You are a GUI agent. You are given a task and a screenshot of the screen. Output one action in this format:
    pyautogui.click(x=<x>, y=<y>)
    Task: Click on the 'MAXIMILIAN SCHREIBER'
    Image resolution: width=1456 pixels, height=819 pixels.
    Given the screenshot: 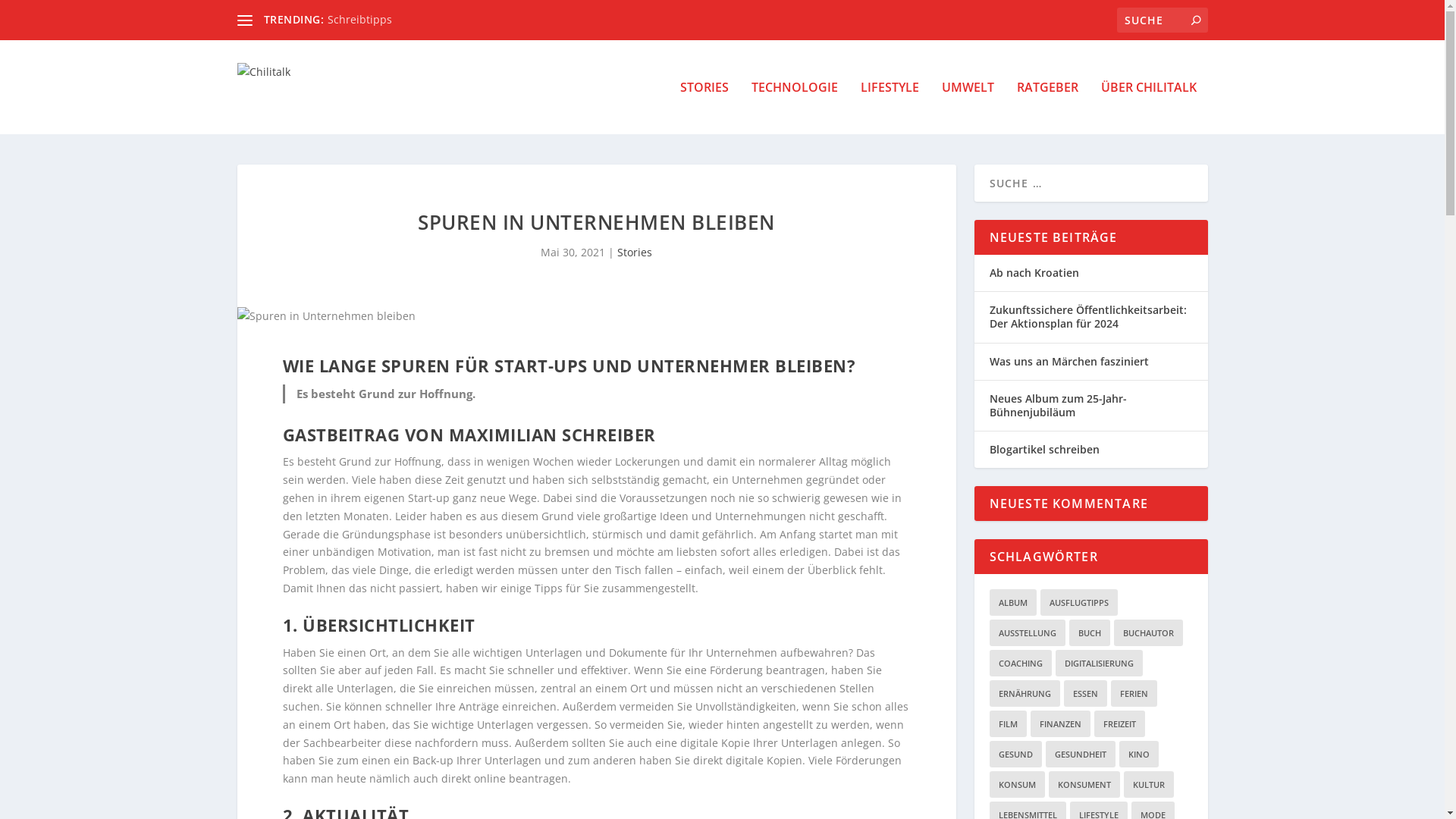 What is the action you would take?
    pyautogui.click(x=551, y=435)
    